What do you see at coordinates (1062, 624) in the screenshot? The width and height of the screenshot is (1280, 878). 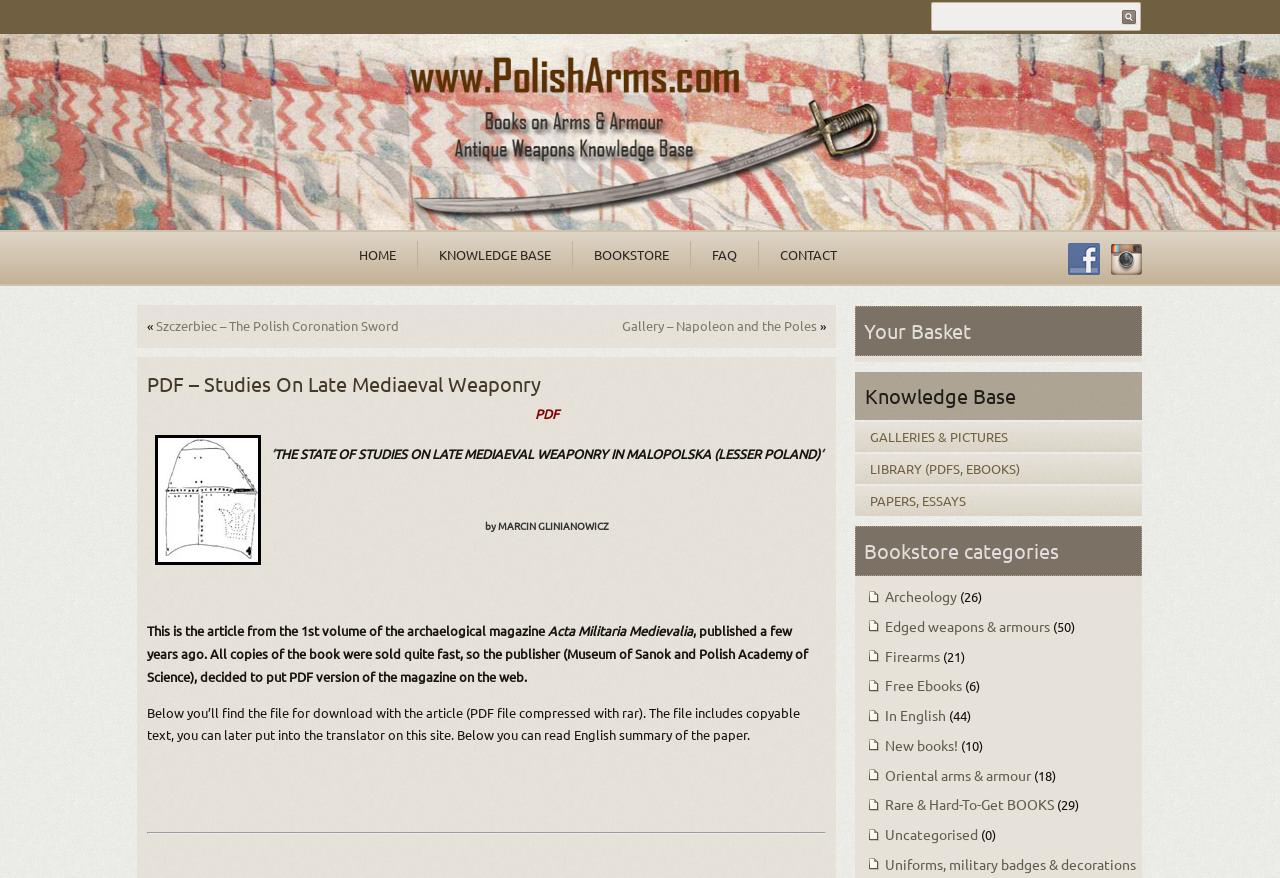 I see `'(50)'` at bounding box center [1062, 624].